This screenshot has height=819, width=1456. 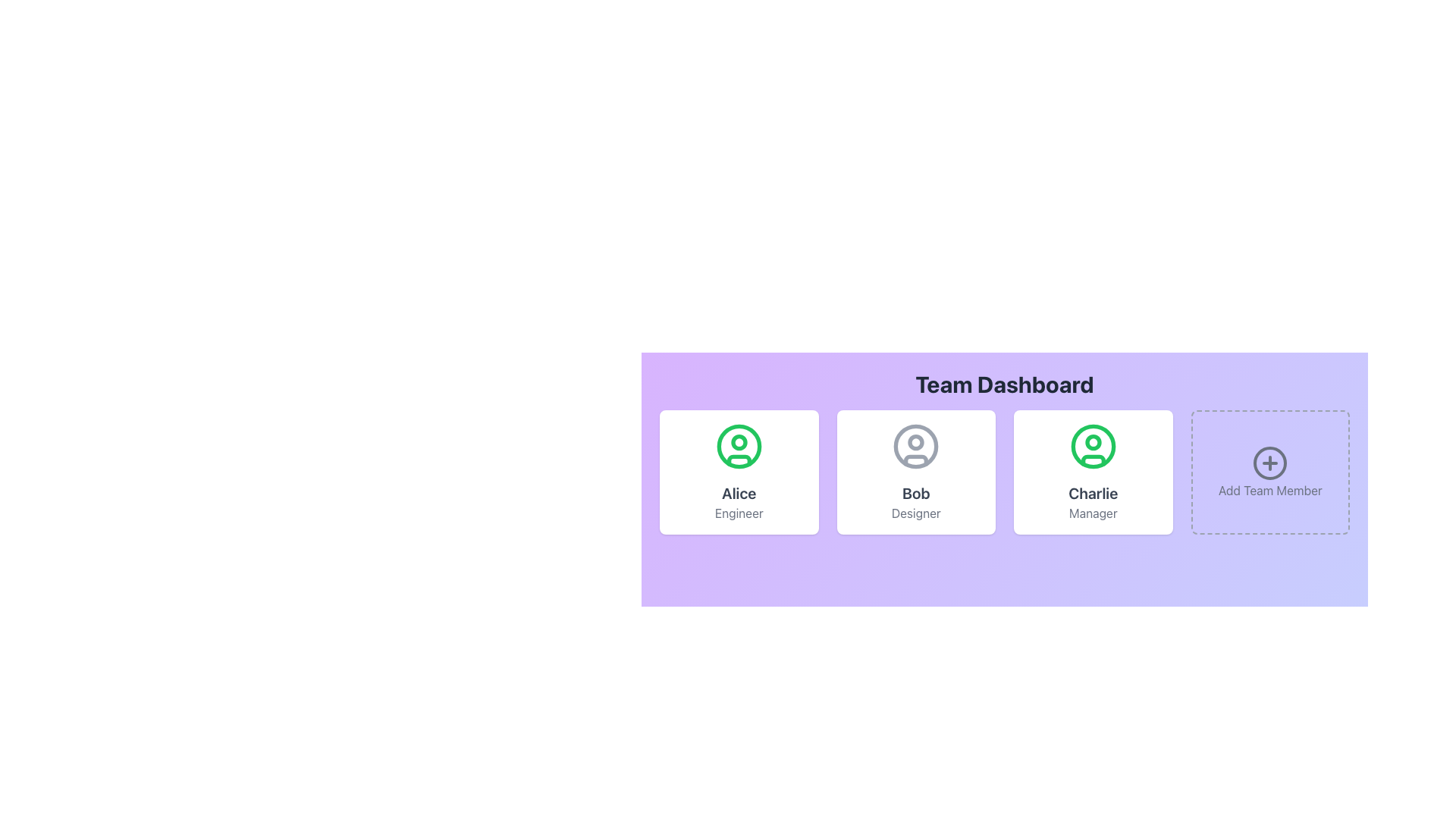 What do you see at coordinates (915, 472) in the screenshot?
I see `the card element styled with a white background, rounded corners, and a user icon at the top, labeled 'Bob' and 'Designer', to interact with it` at bounding box center [915, 472].